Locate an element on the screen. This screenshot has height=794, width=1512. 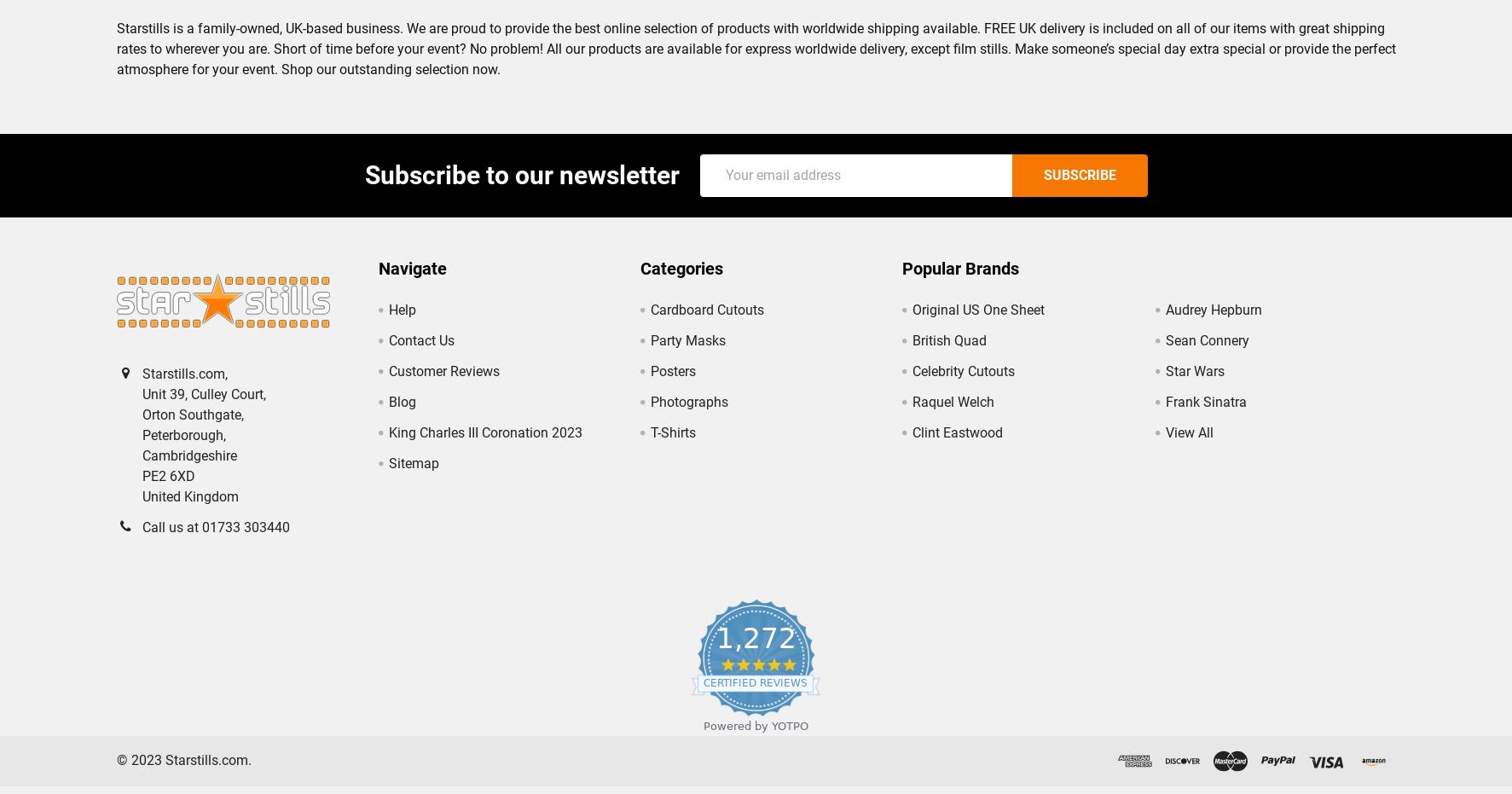
'Starstills.com,' is located at coordinates (141, 386).